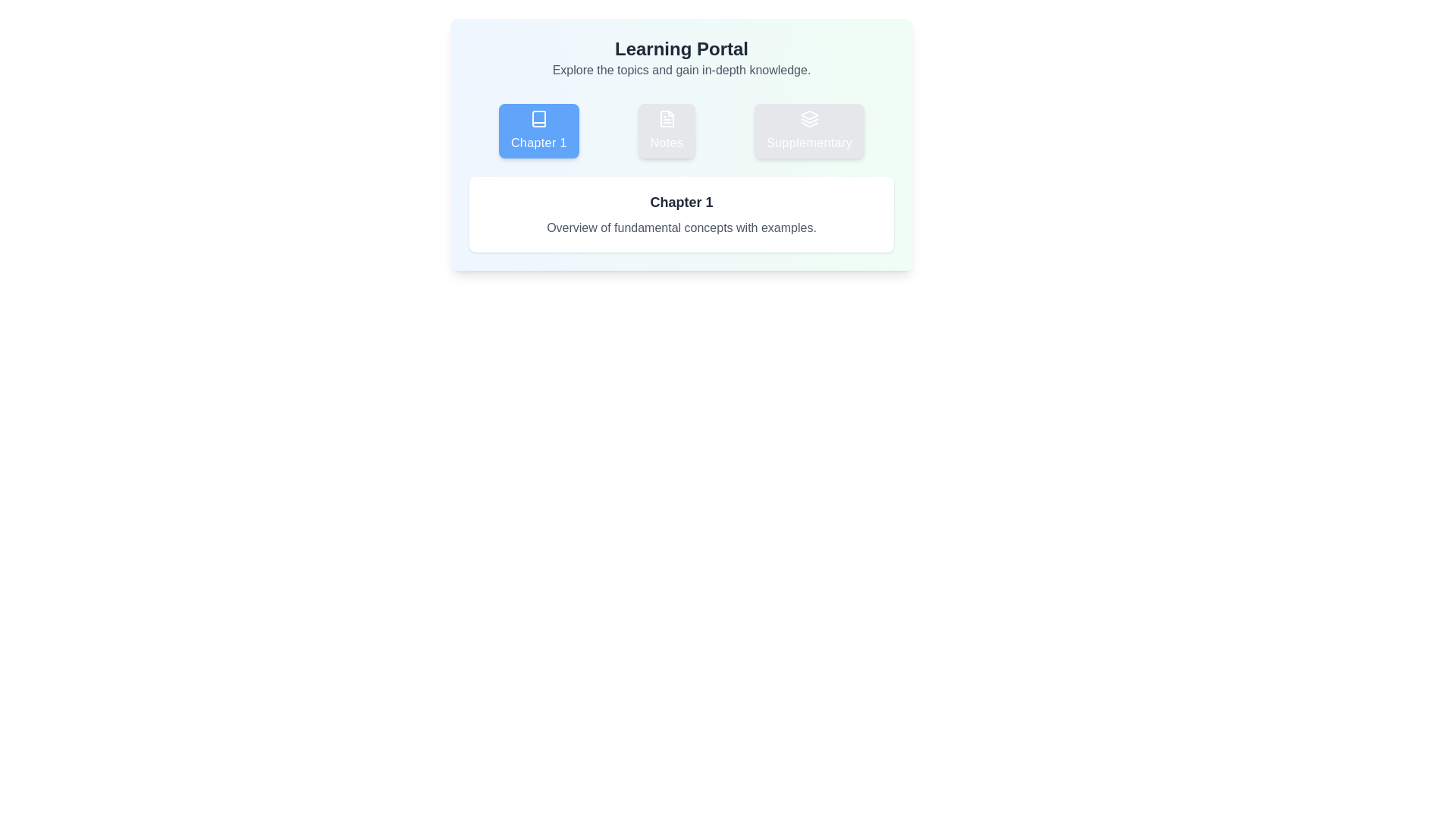 This screenshot has height=819, width=1456. I want to click on the text label within the blue button located in the top-left section of the interface, so click(538, 143).